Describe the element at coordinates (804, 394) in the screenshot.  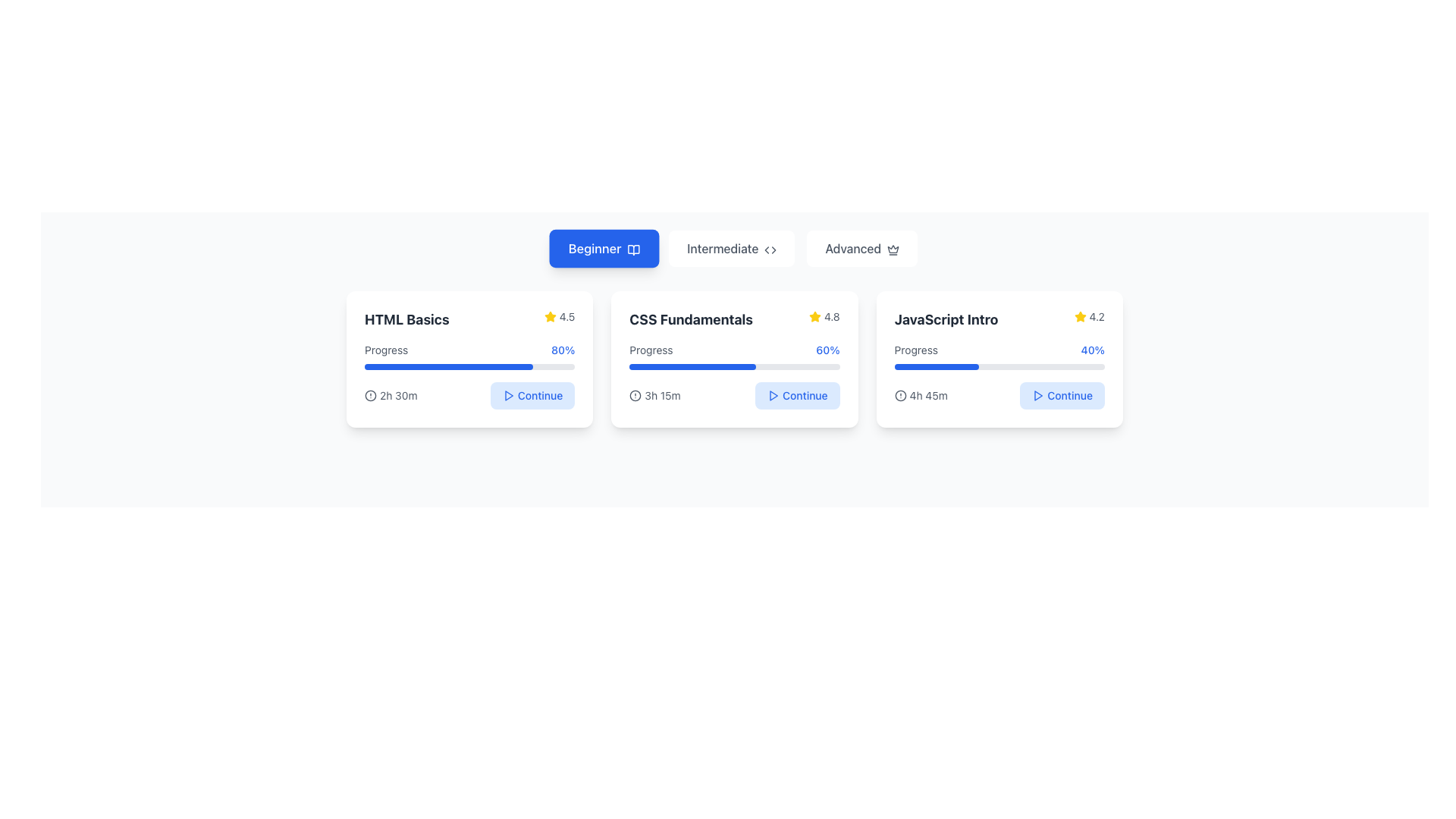
I see `the text label within the 'Continue' button in the CSS Fundamentals card, which is styled with small-sized blue text on a light blue background` at that location.